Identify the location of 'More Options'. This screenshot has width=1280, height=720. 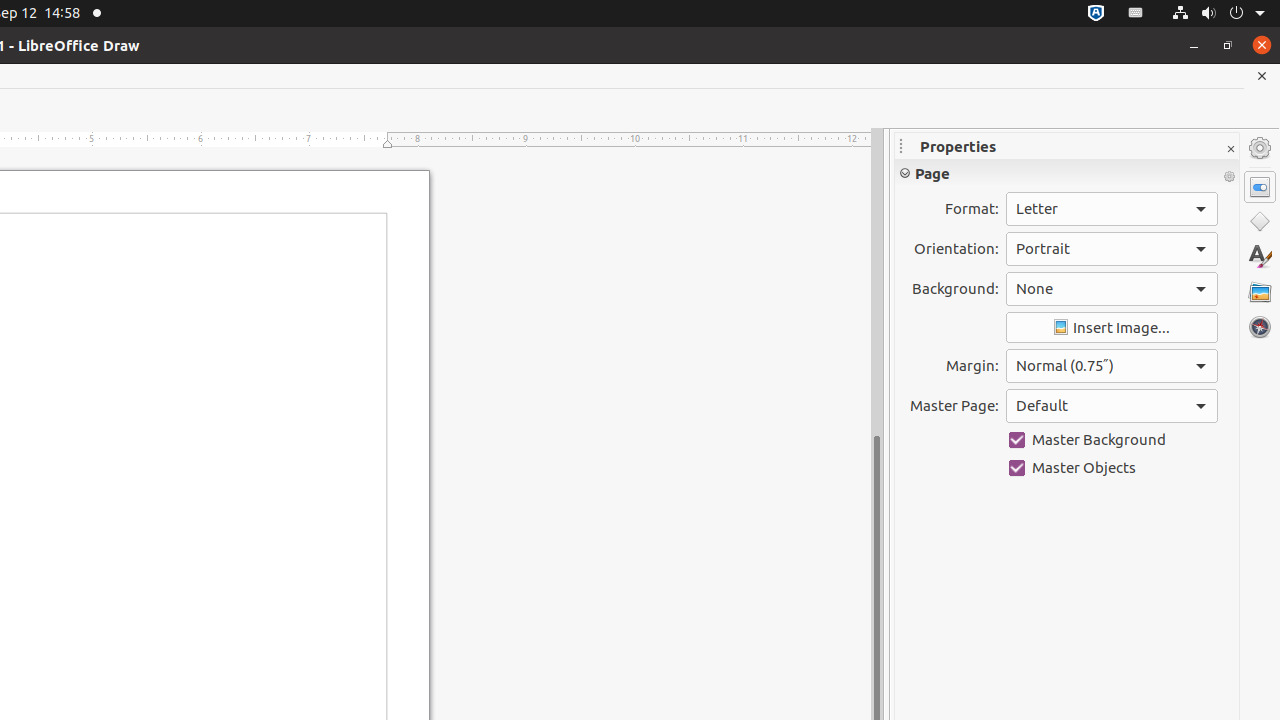
(1228, 175).